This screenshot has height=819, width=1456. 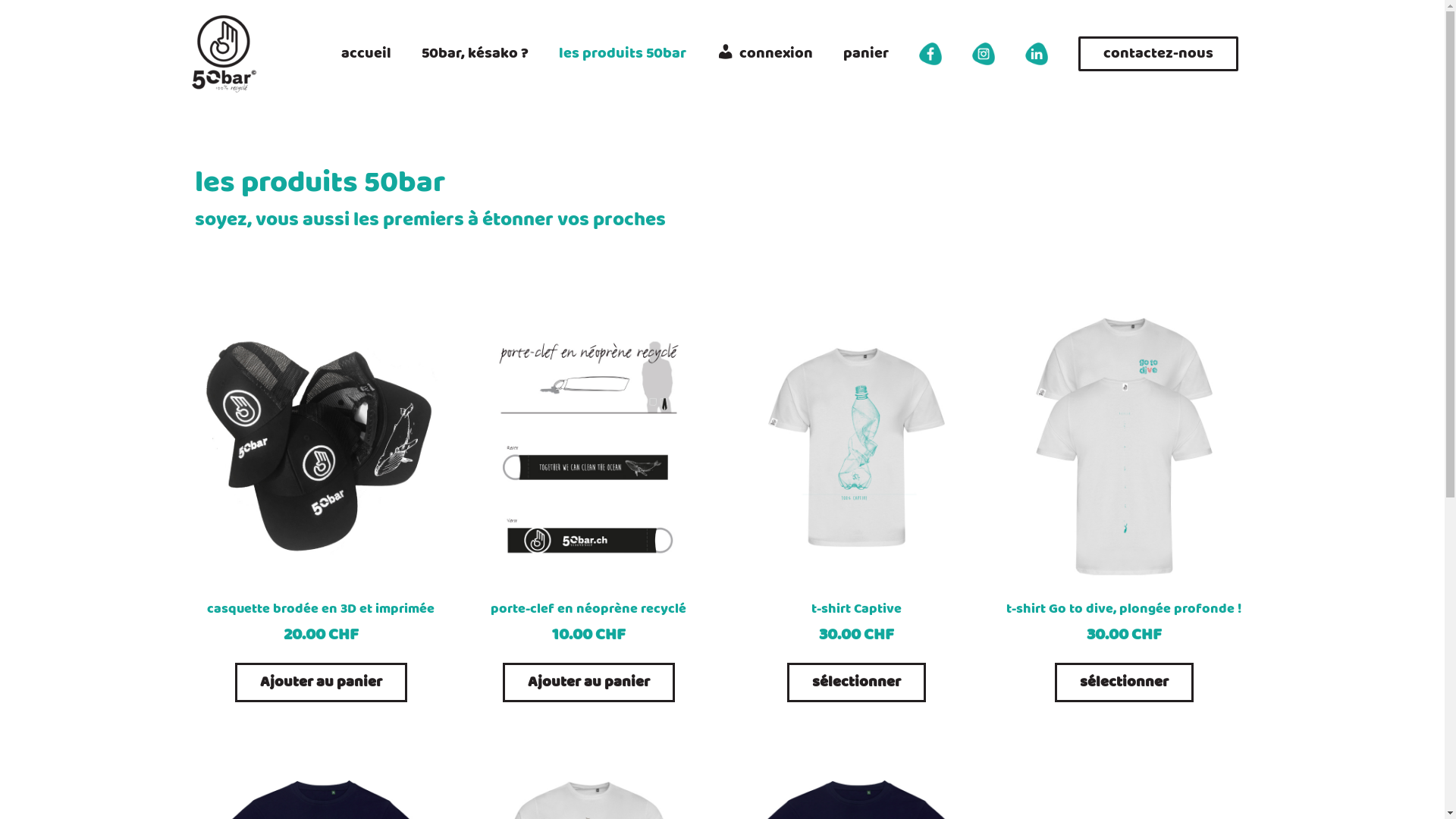 I want to click on 'panier', so click(x=827, y=52).